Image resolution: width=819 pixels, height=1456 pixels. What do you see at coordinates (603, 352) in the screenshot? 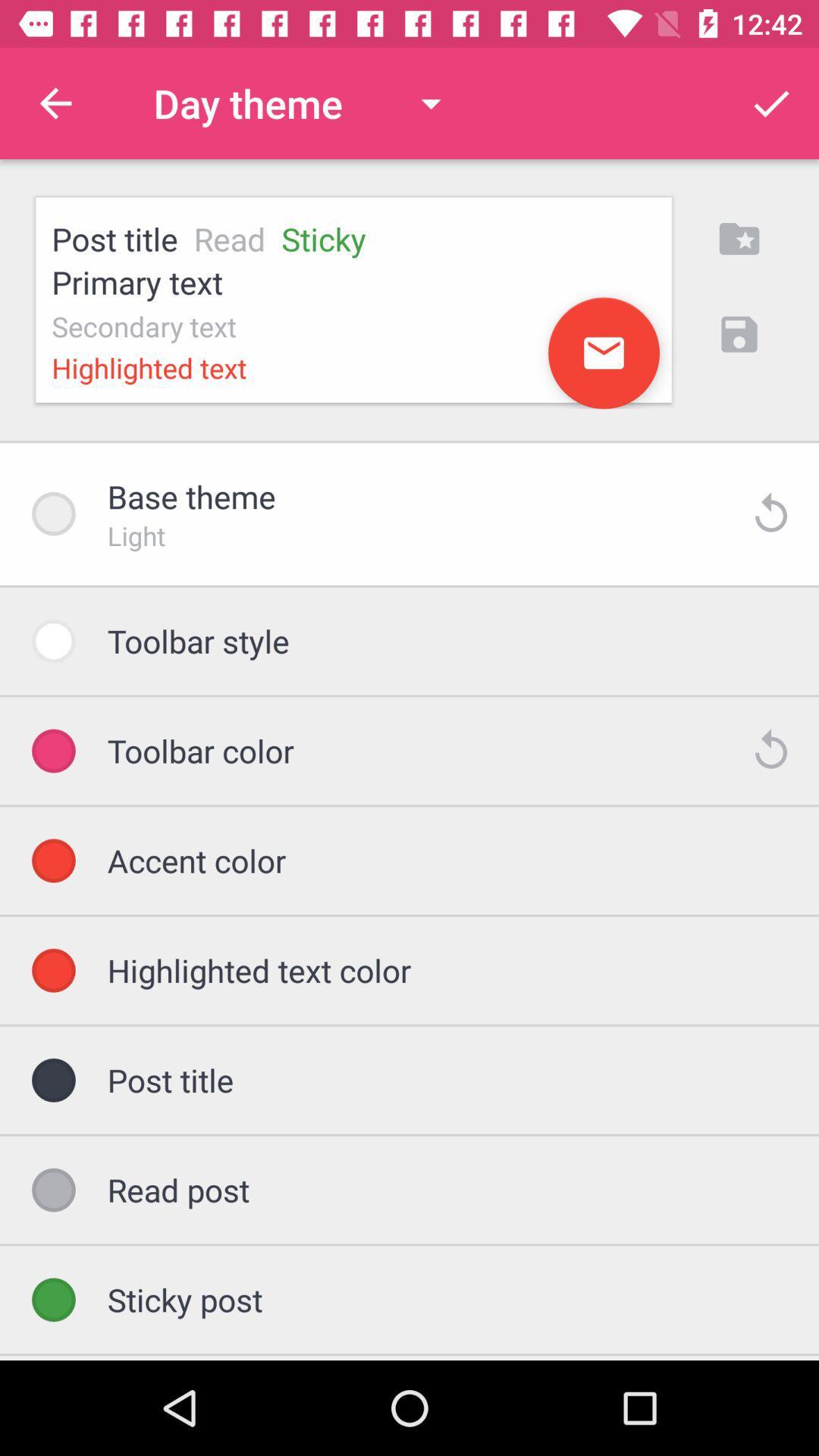
I see `the email icon` at bounding box center [603, 352].